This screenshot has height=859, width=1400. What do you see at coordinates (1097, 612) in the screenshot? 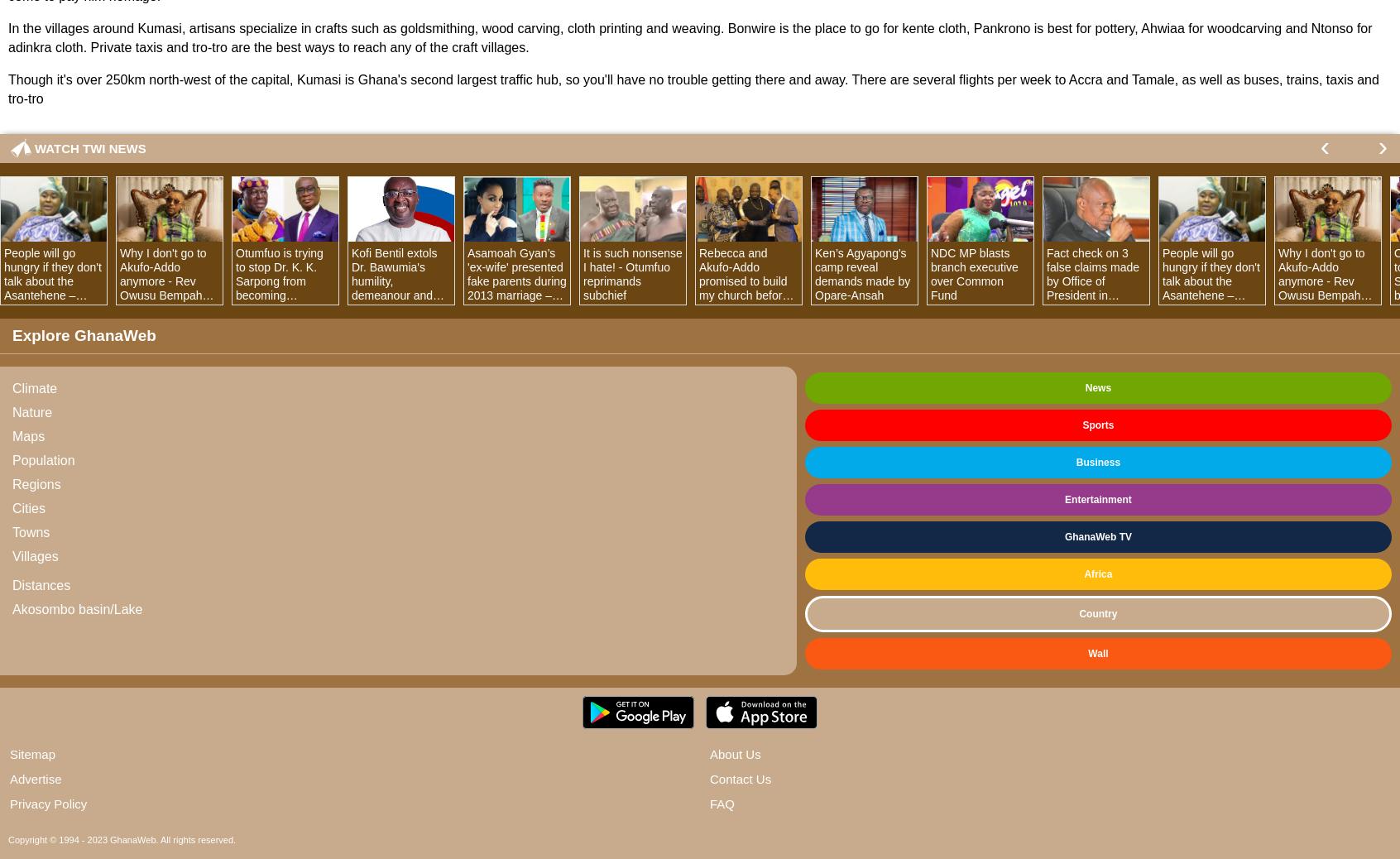
I see `'Country'` at bounding box center [1097, 612].